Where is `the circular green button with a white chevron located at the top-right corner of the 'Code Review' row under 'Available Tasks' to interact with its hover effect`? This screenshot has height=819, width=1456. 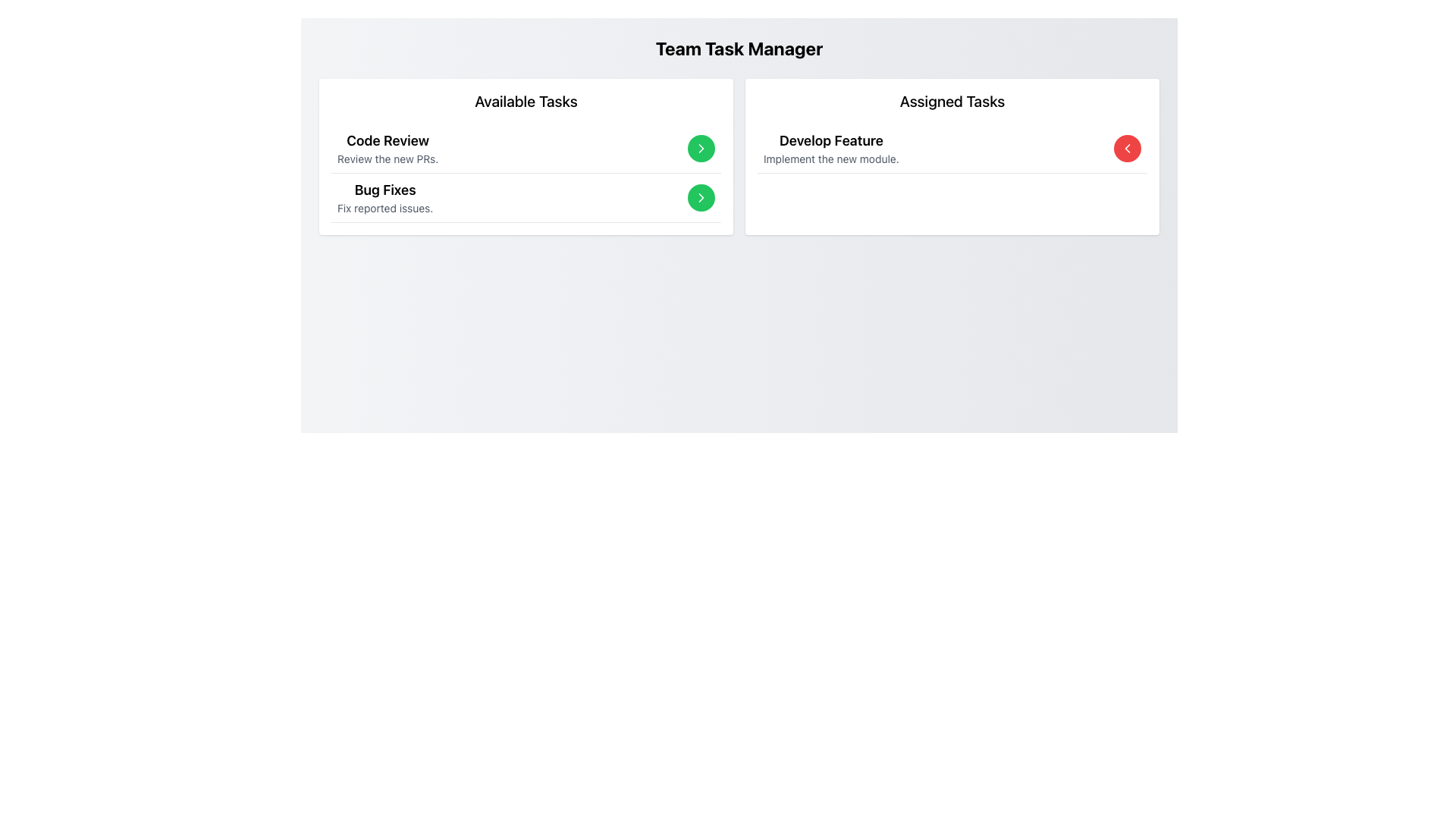
the circular green button with a white chevron located at the top-right corner of the 'Code Review' row under 'Available Tasks' to interact with its hover effect is located at coordinates (701, 149).